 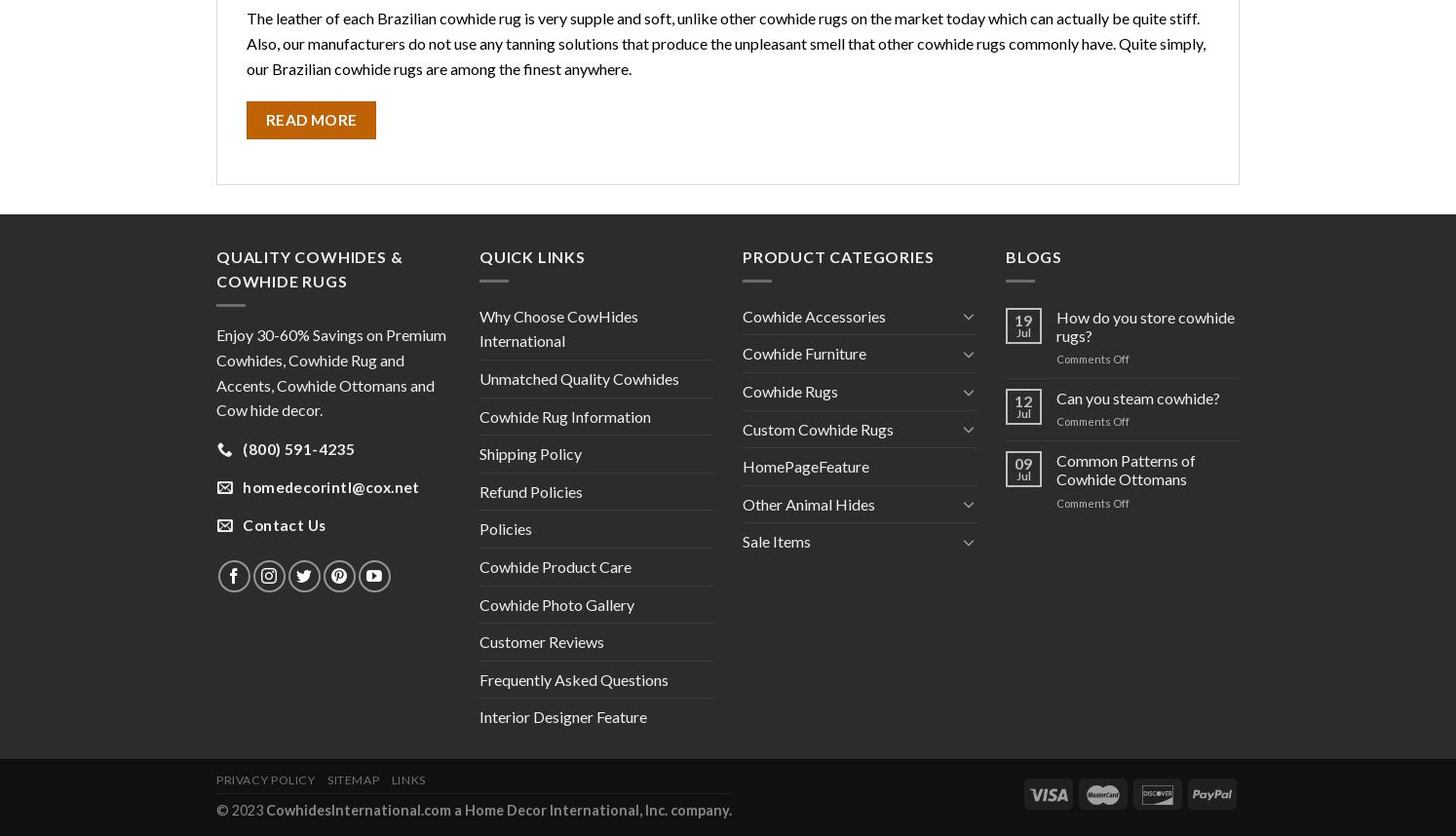 I want to click on 'homedecorintl@cox.net', so click(x=329, y=485).